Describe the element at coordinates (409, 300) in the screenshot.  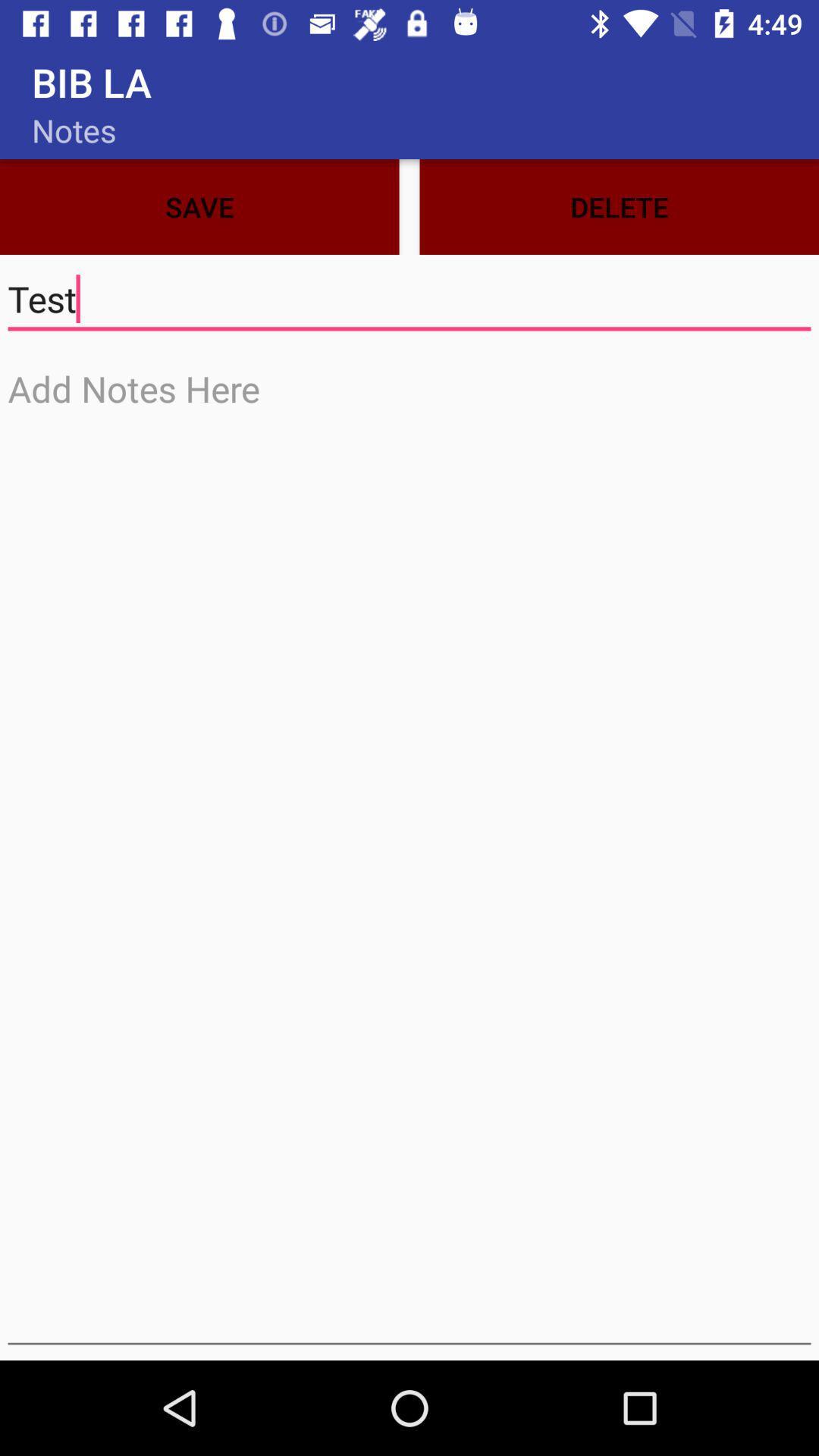
I see `test item` at that location.